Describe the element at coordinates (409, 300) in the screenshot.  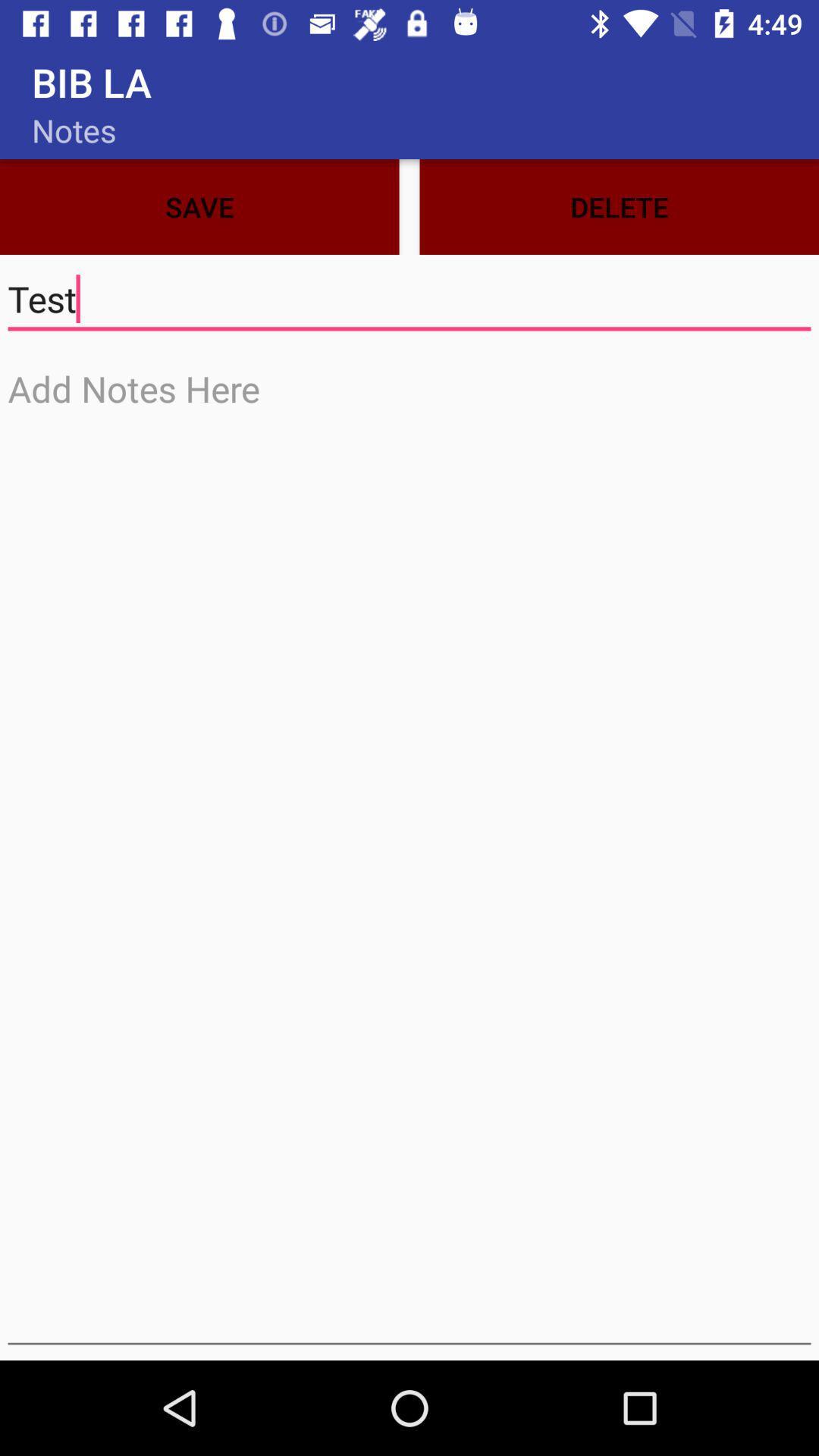
I see `test item` at that location.